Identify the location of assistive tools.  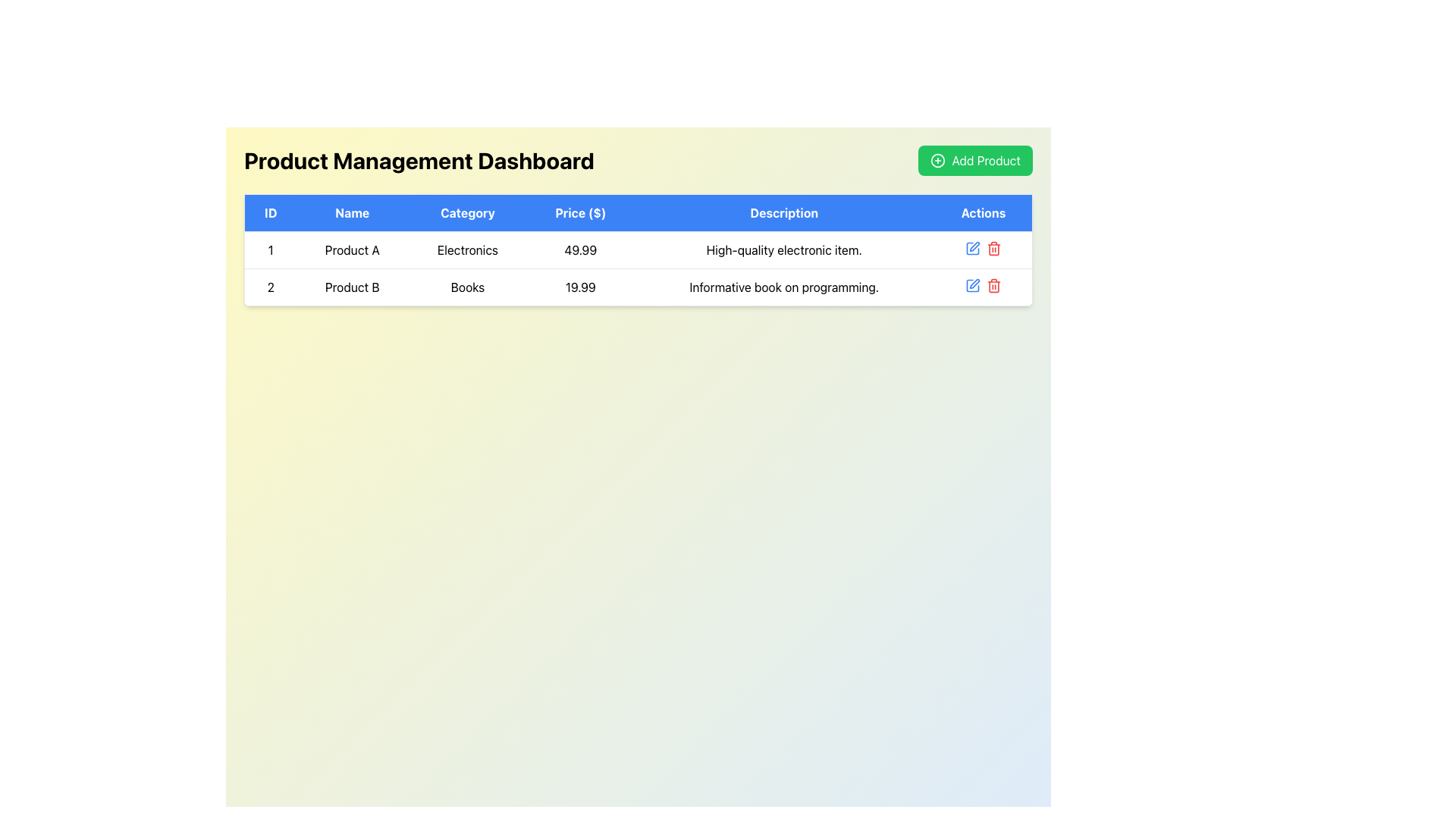
(270, 249).